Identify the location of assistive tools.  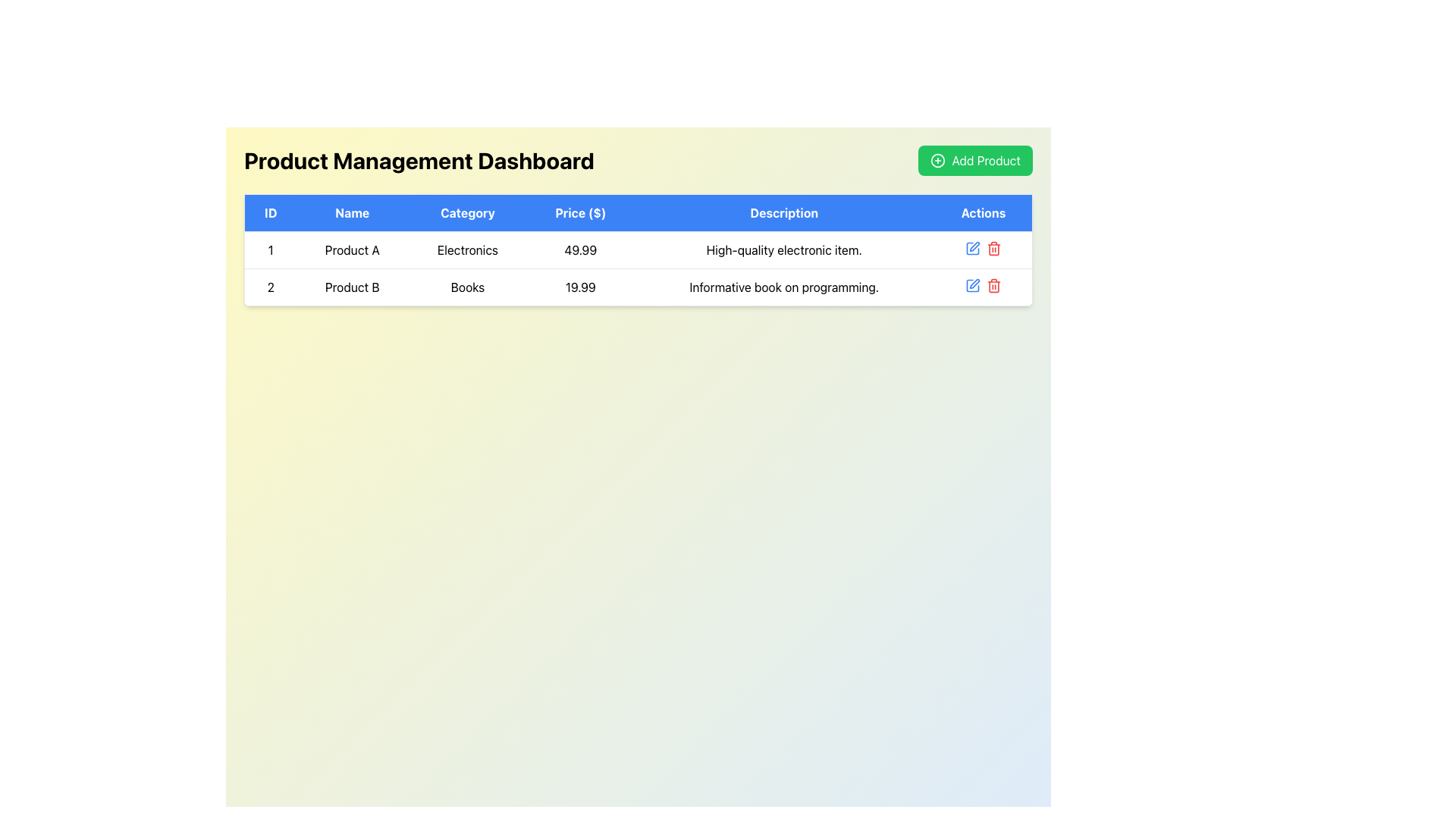
(270, 249).